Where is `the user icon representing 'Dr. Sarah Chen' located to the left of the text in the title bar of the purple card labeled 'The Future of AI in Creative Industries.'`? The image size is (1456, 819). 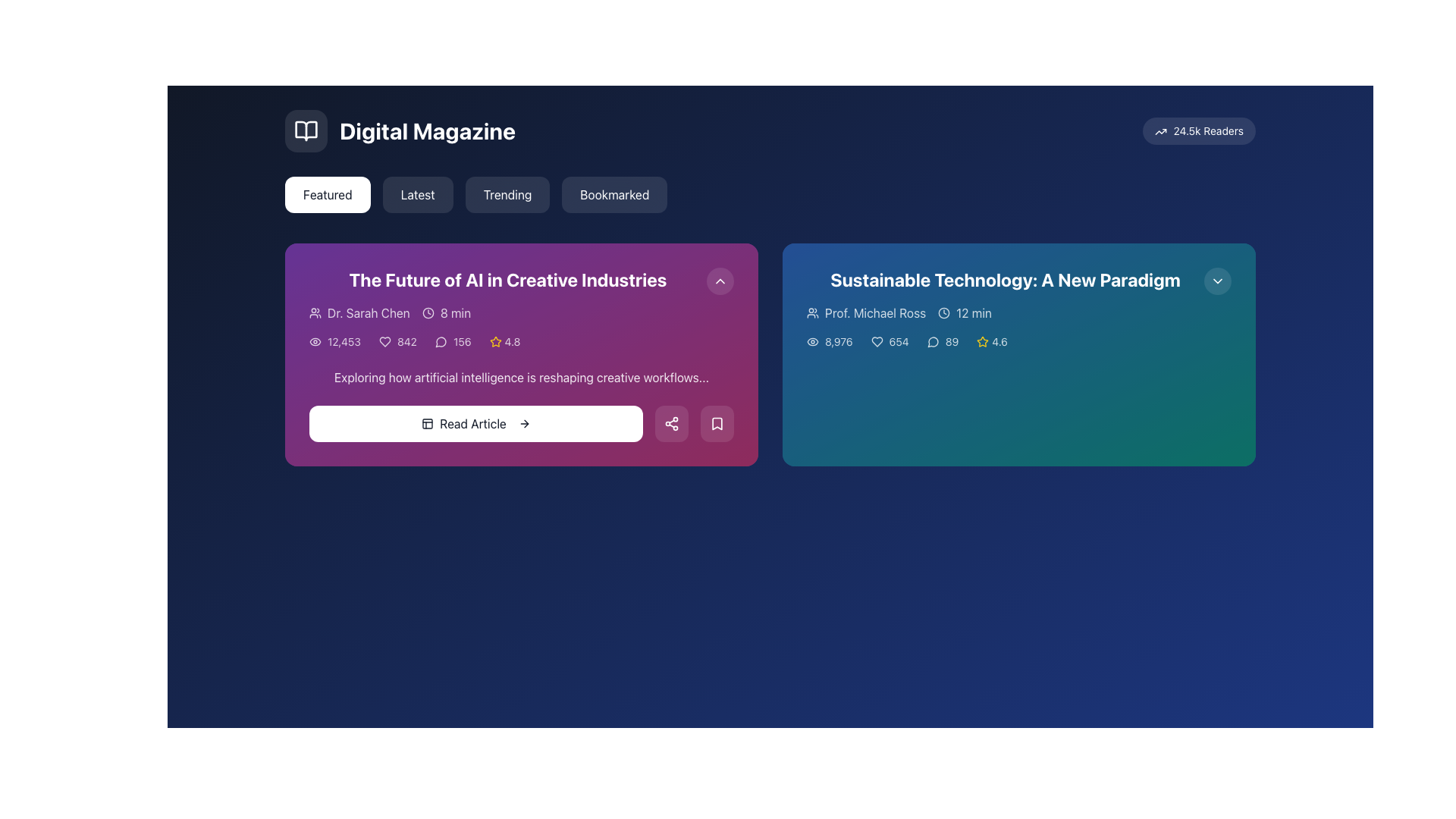 the user icon representing 'Dr. Sarah Chen' located to the left of the text in the title bar of the purple card labeled 'The Future of AI in Creative Industries.' is located at coordinates (315, 312).